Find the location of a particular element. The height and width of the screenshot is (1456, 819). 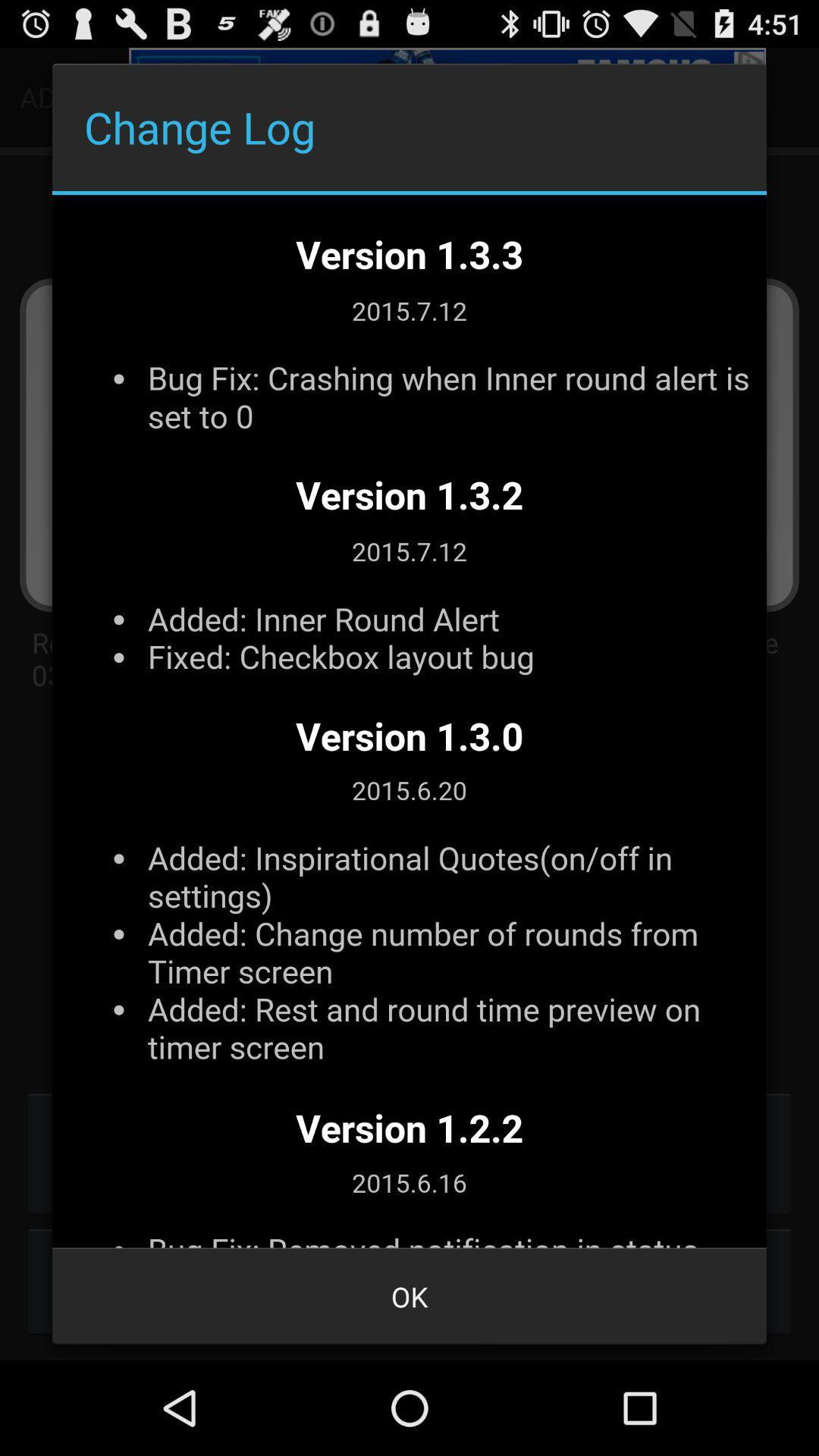

information is located at coordinates (409, 720).